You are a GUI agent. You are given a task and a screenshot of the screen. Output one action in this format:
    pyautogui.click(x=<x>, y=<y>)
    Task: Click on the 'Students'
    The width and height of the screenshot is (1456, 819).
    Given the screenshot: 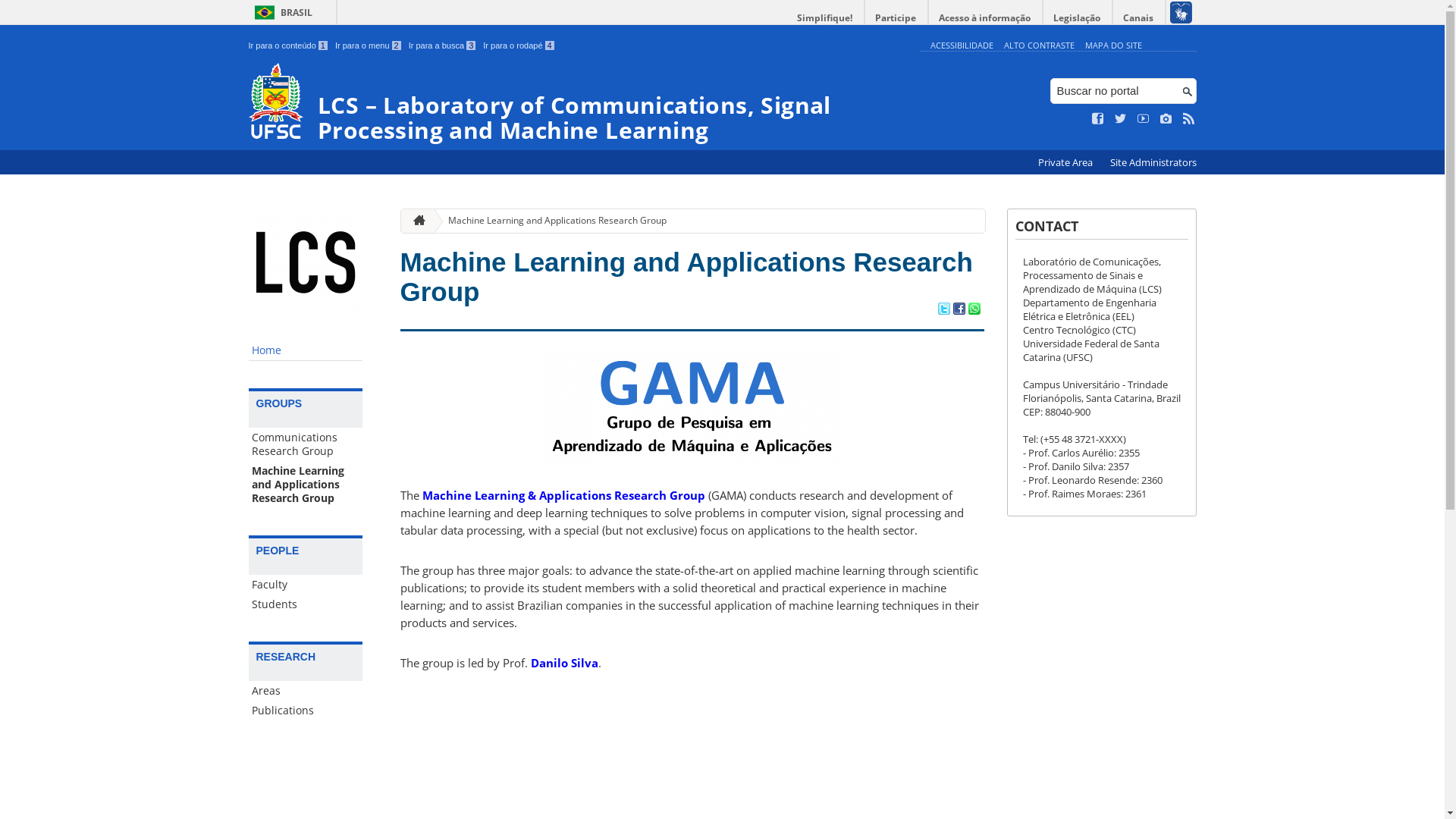 What is the action you would take?
    pyautogui.click(x=305, y=604)
    